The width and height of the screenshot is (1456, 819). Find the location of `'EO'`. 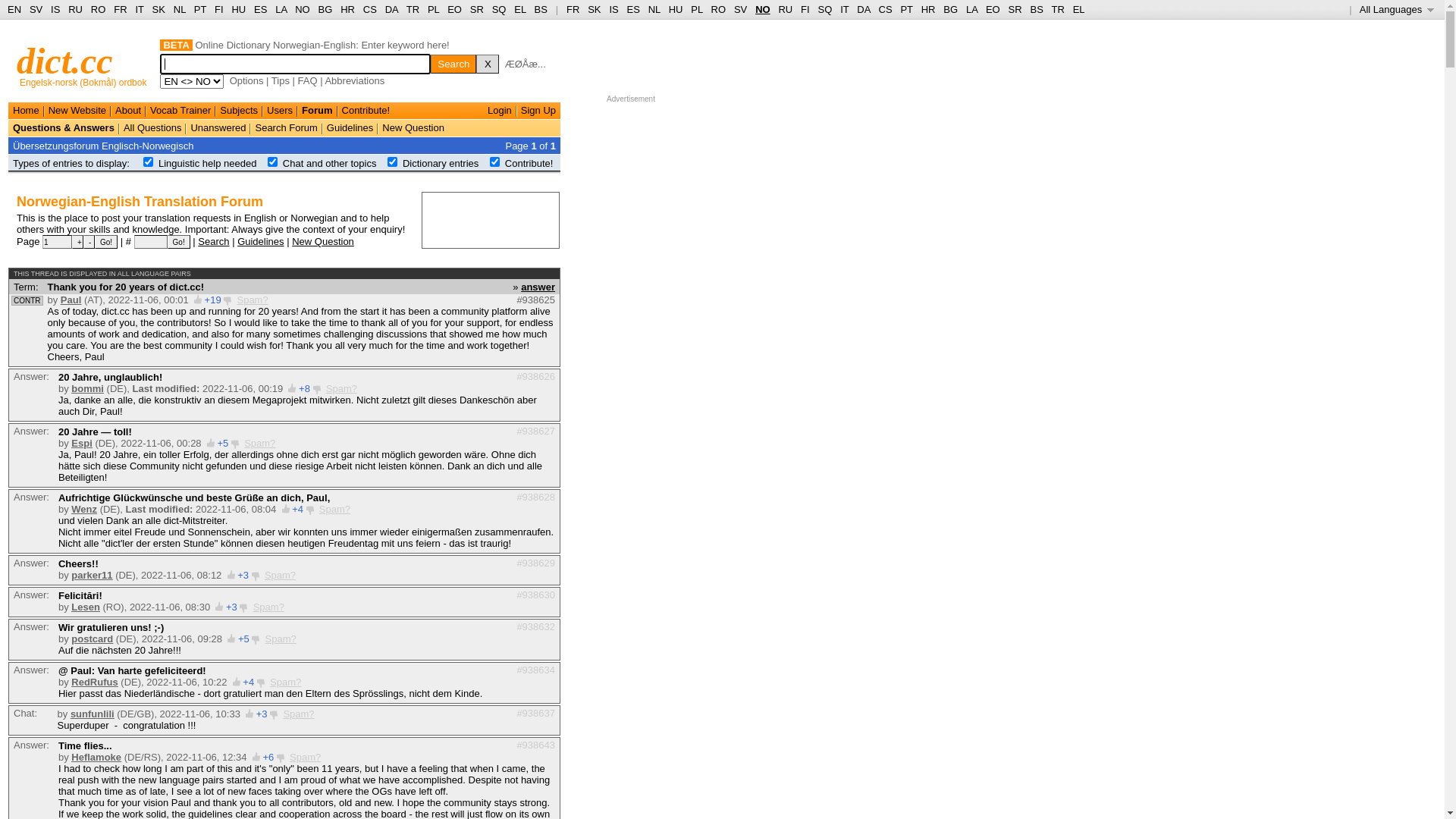

'EO' is located at coordinates (453, 9).